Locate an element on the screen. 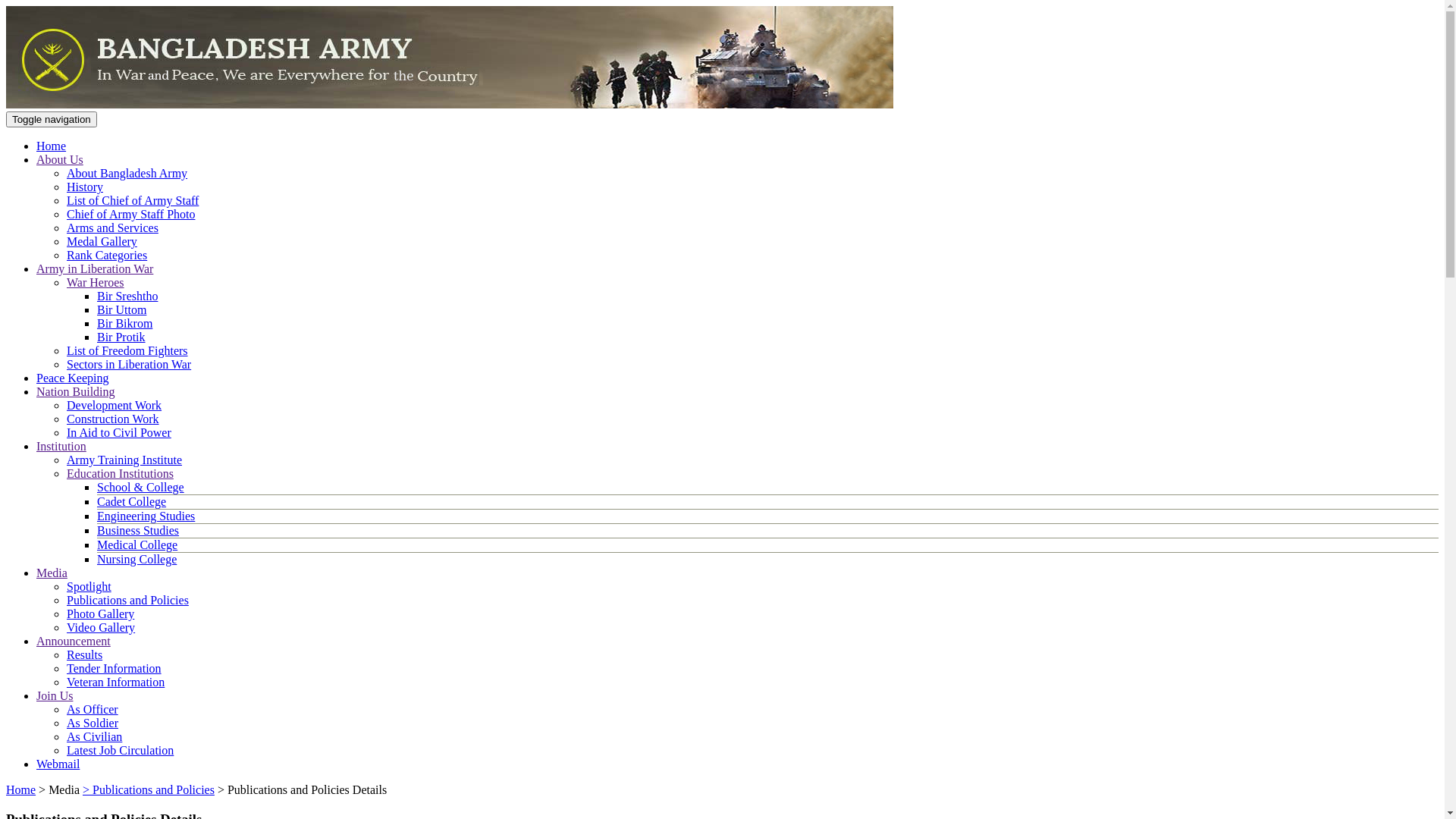 Image resolution: width=1456 pixels, height=819 pixels. 'Arms and Services' is located at coordinates (111, 227).